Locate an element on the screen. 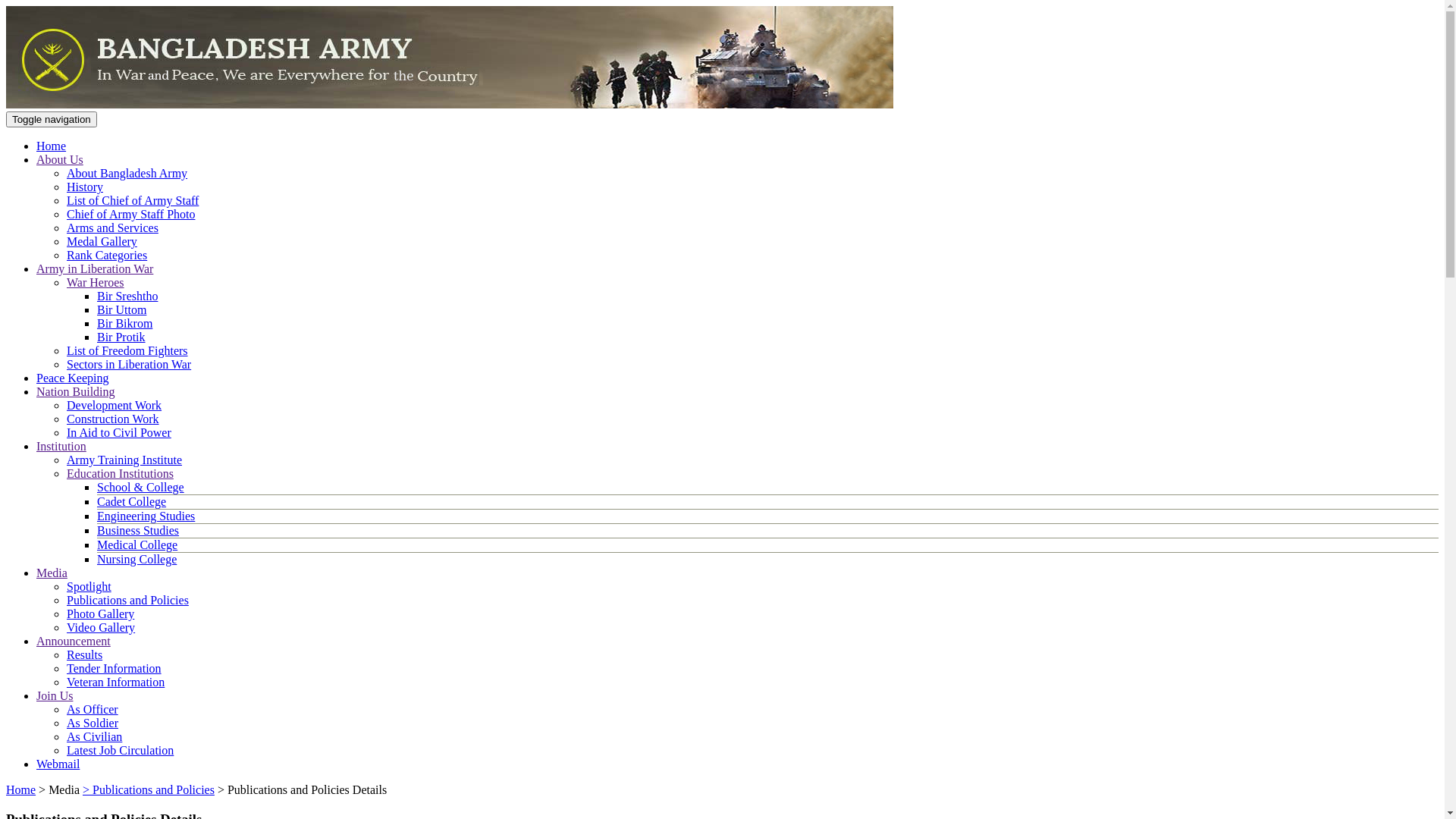 Image resolution: width=1456 pixels, height=819 pixels. 'Arms and Services' is located at coordinates (111, 227).